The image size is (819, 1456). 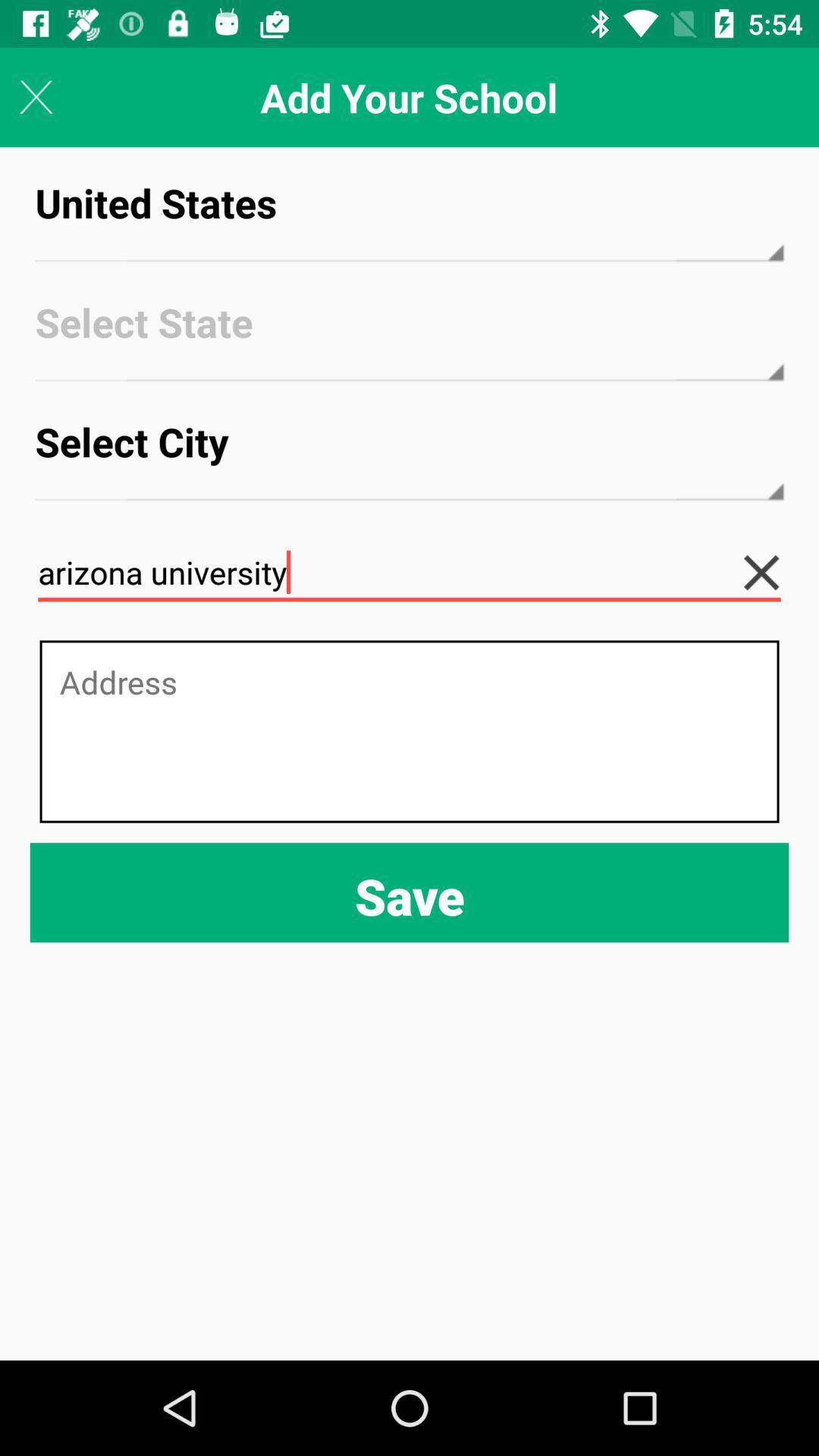 I want to click on icon above the save icon, so click(x=409, y=731).